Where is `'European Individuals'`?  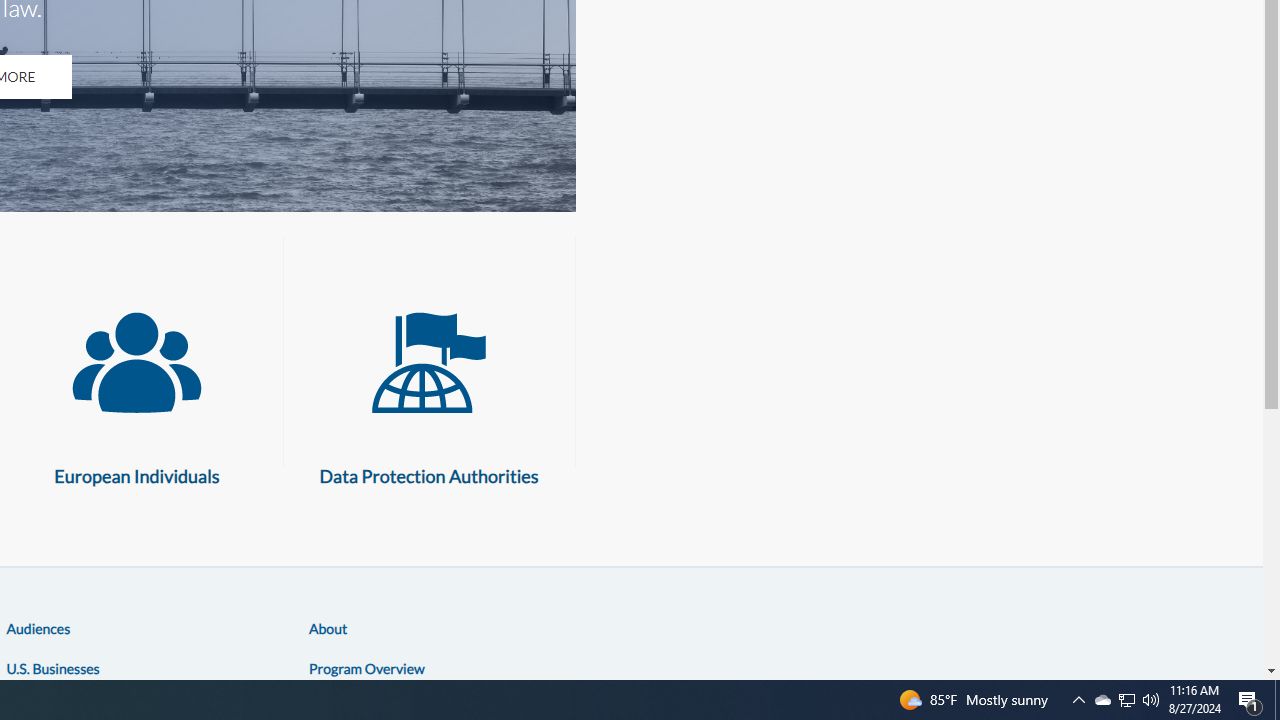
'European Individuals' is located at coordinates (135, 363).